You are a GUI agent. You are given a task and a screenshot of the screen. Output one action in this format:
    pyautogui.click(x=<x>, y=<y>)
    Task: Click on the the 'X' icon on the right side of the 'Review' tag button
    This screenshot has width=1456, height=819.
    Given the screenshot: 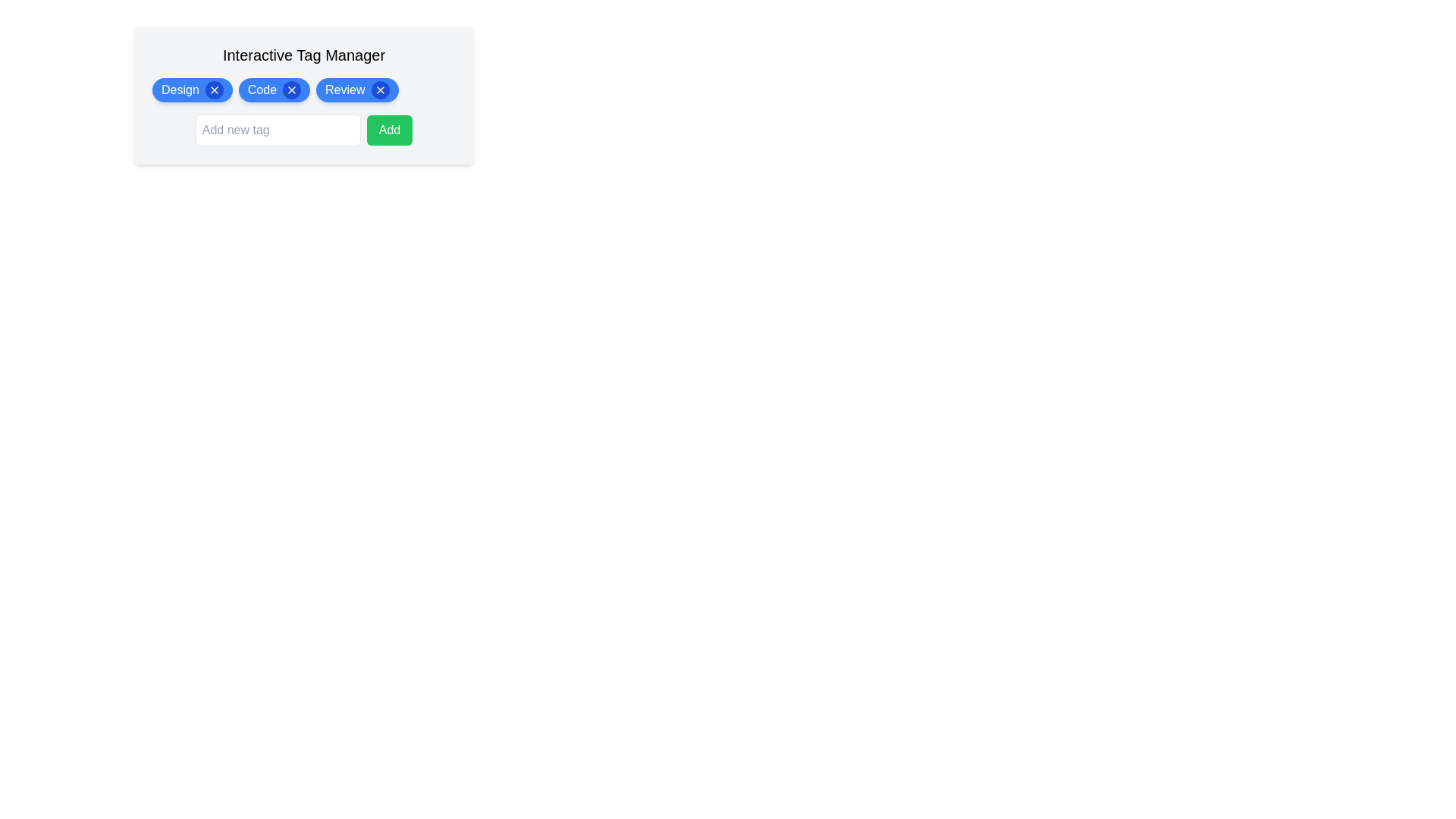 What is the action you would take?
    pyautogui.click(x=356, y=90)
    